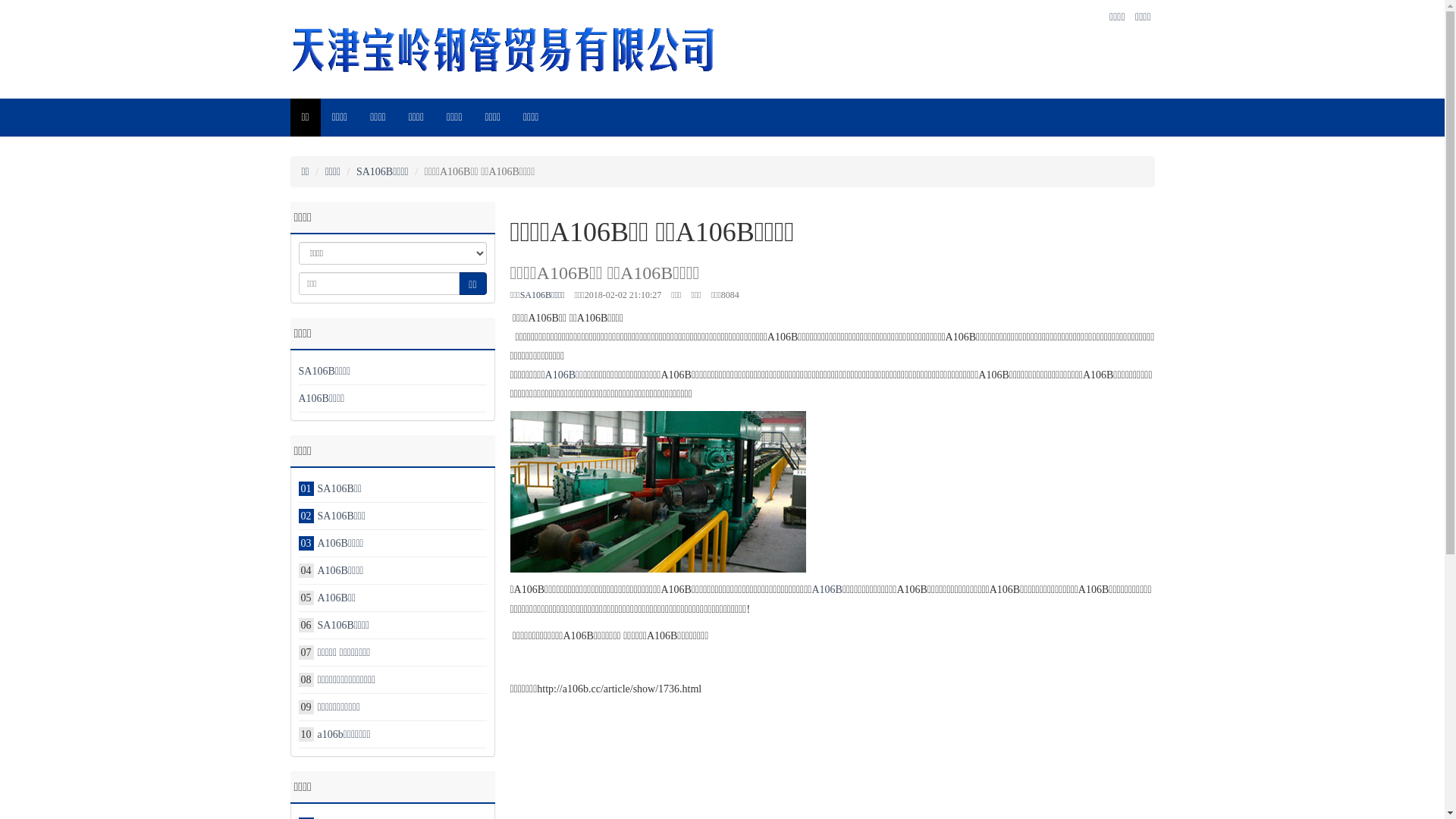 The height and width of the screenshot is (819, 1456). Describe the element at coordinates (657, 491) in the screenshot. I see `'1517576991871420.jpg'` at that location.